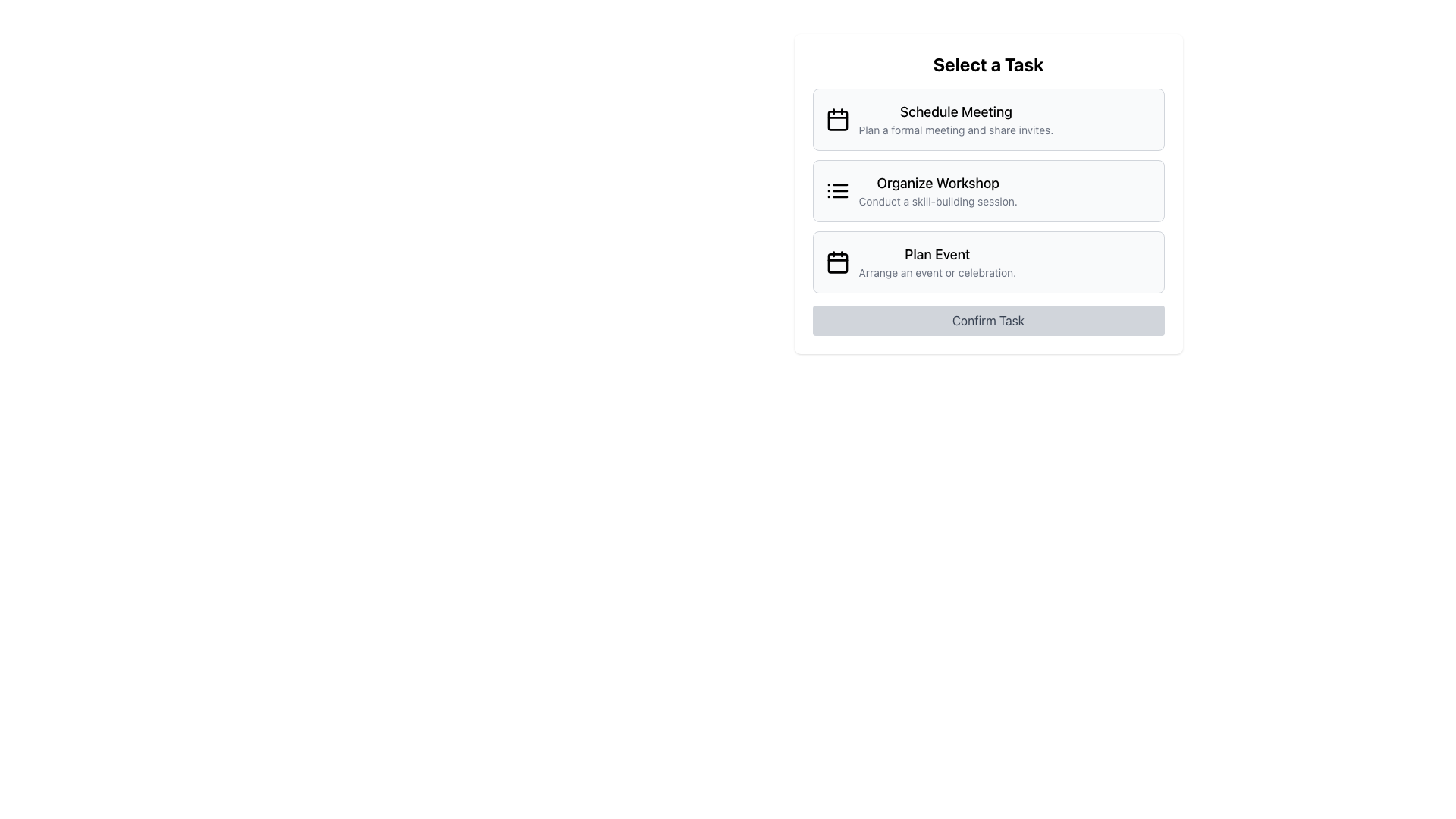 The image size is (1456, 819). What do you see at coordinates (988, 190) in the screenshot?
I see `the 'Organize Workshop' selectable list item, which is the second item in a vertically stacked list of tasks` at bounding box center [988, 190].